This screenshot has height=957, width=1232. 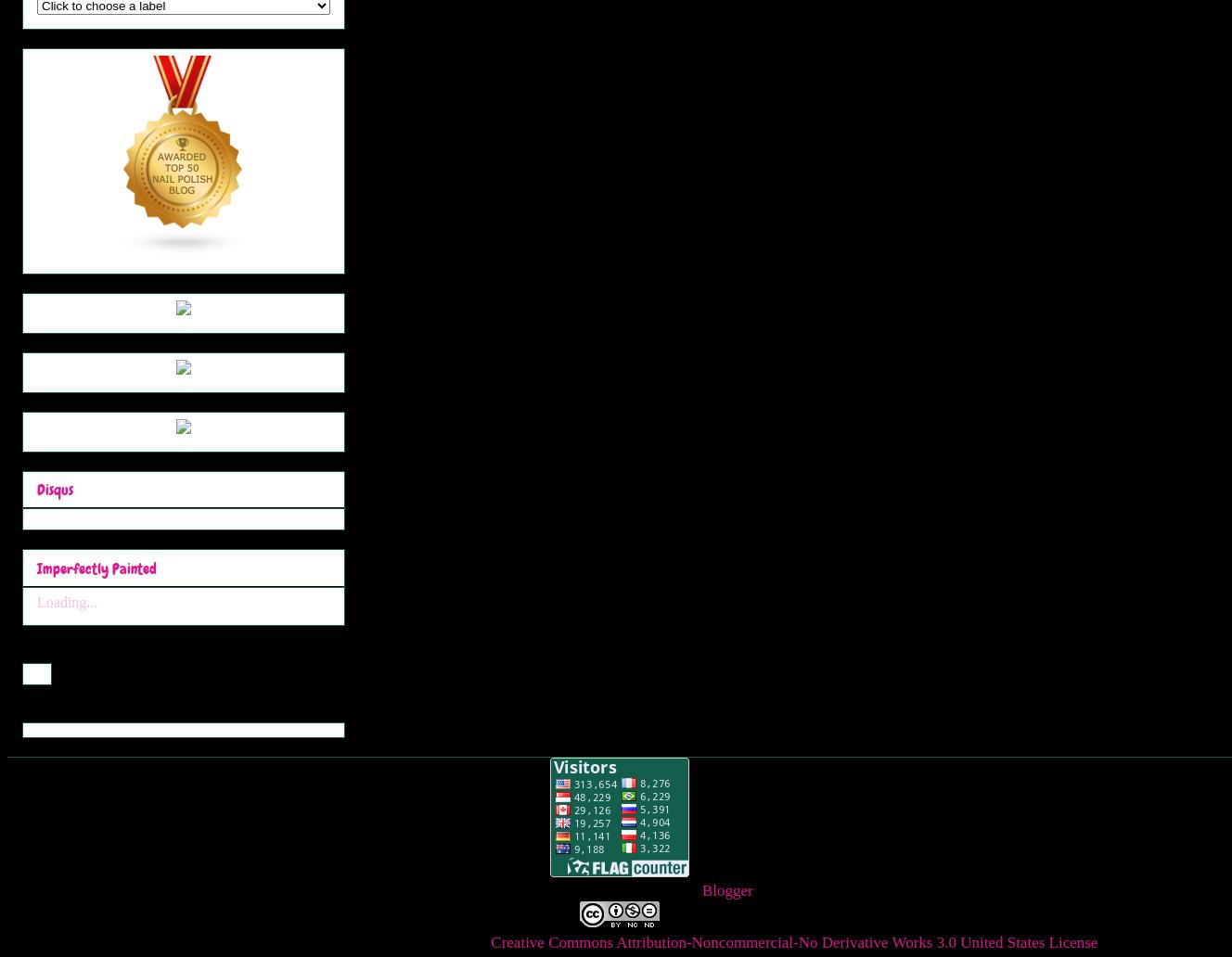 I want to click on 'Disqus', so click(x=55, y=490).